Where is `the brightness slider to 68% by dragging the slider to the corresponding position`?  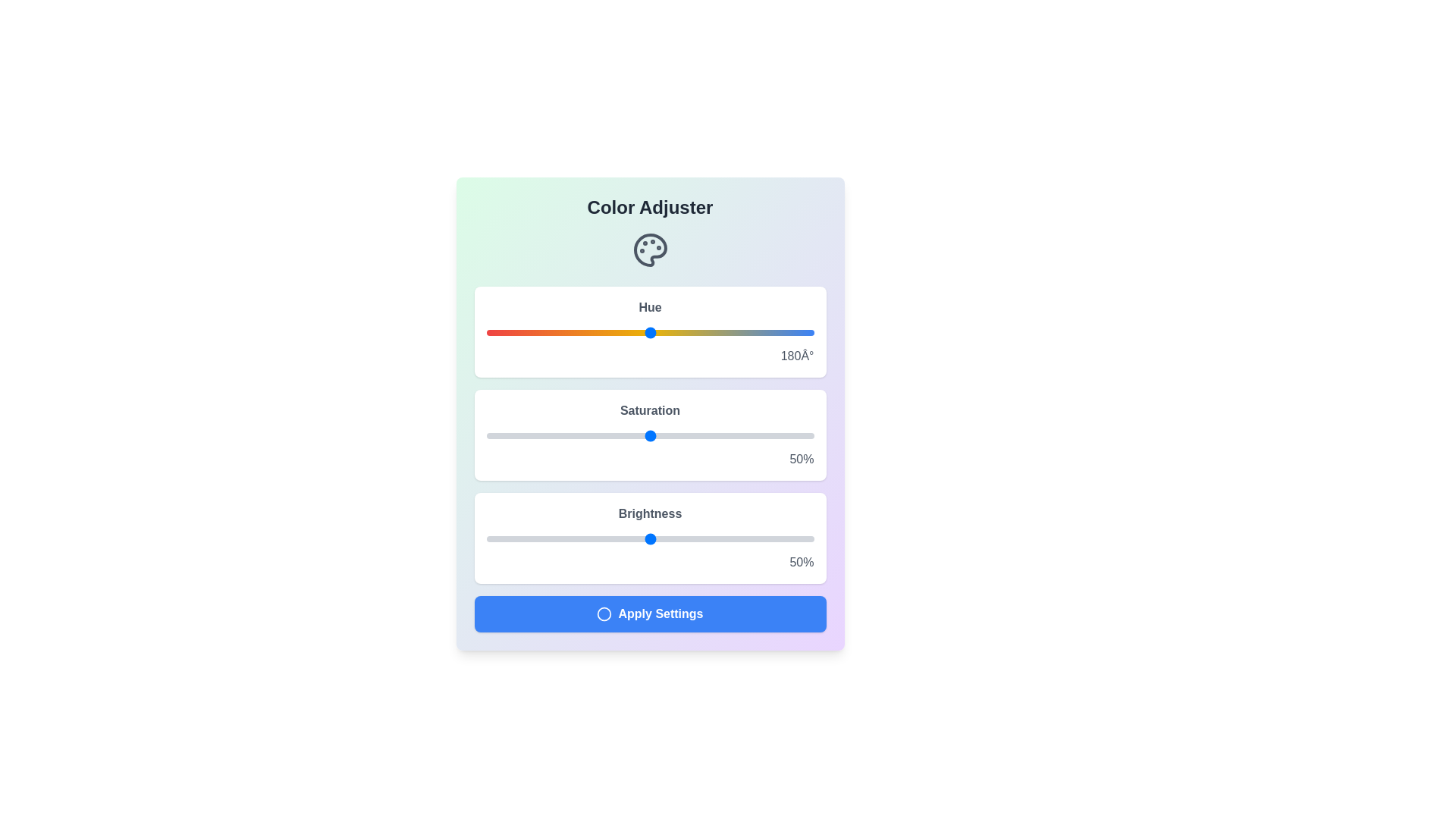 the brightness slider to 68% by dragging the slider to the corresponding position is located at coordinates (708, 538).